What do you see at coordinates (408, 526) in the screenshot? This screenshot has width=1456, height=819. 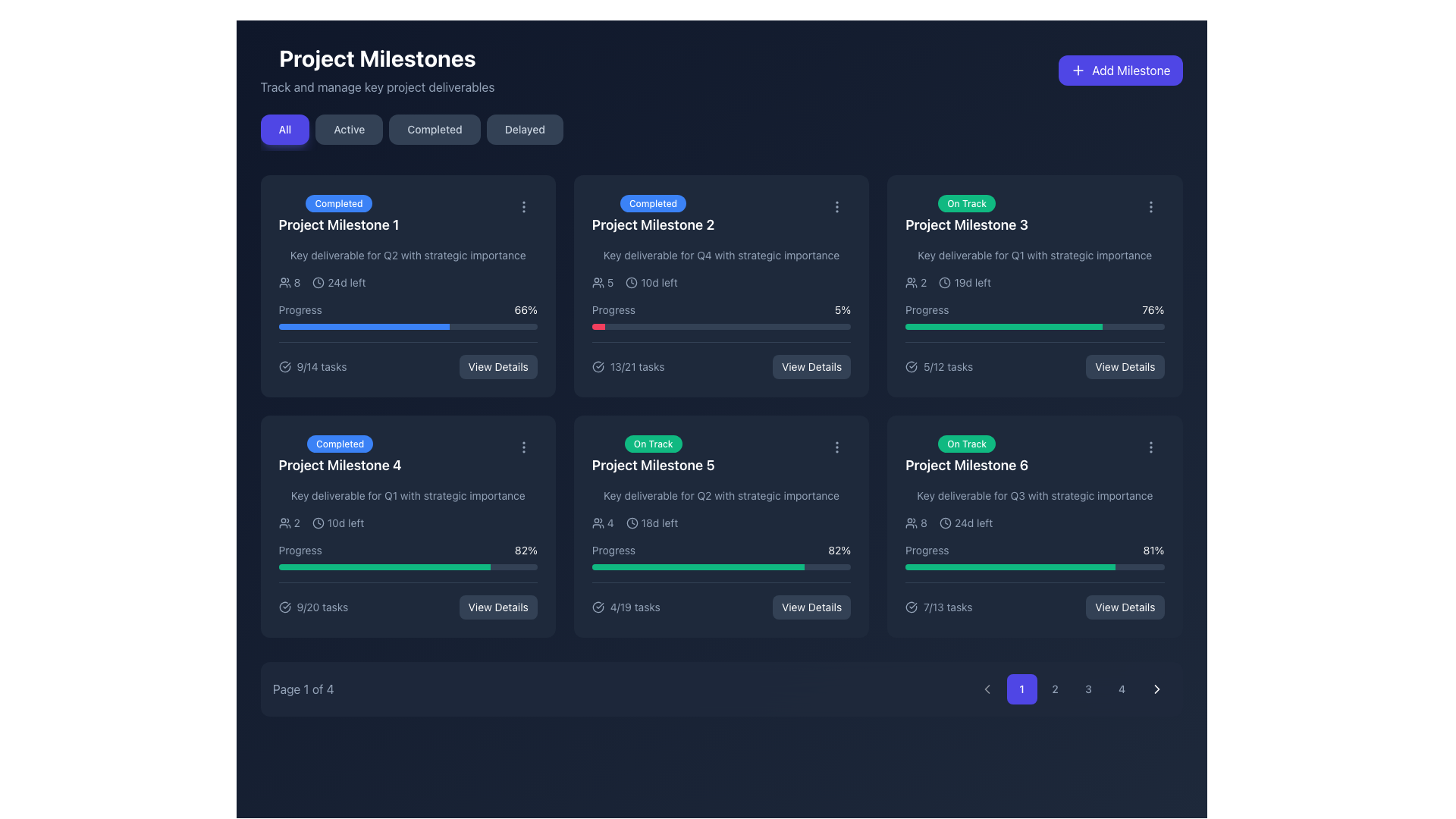 I see `details of the Information Card located in the first column of the secondary row below 'Project Milestone 1'` at bounding box center [408, 526].